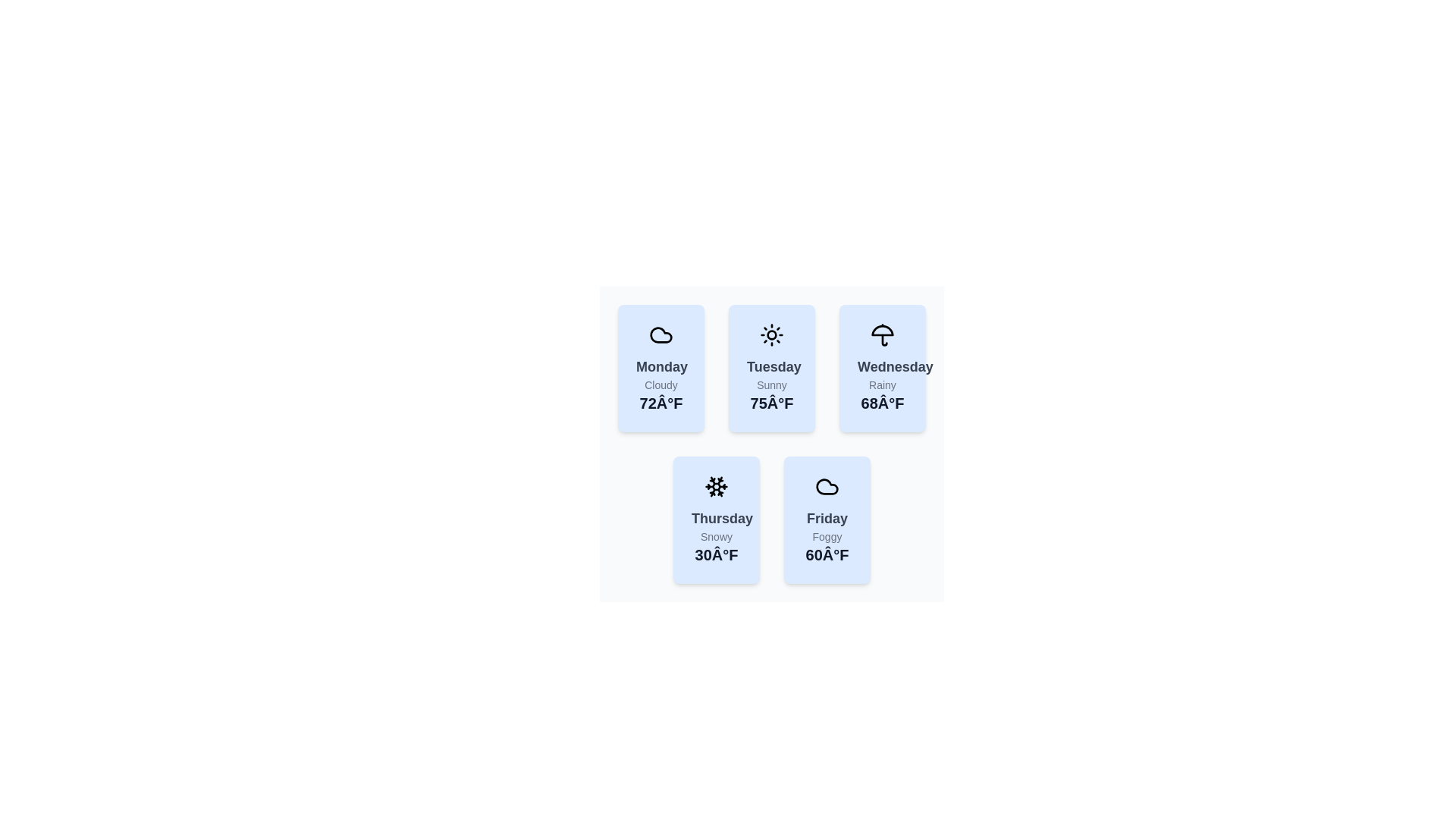 The width and height of the screenshot is (1456, 819). I want to click on the text label indicating 'Friday' in the bottom-right weather card, which displays the day of the week for the weather information, so click(826, 517).